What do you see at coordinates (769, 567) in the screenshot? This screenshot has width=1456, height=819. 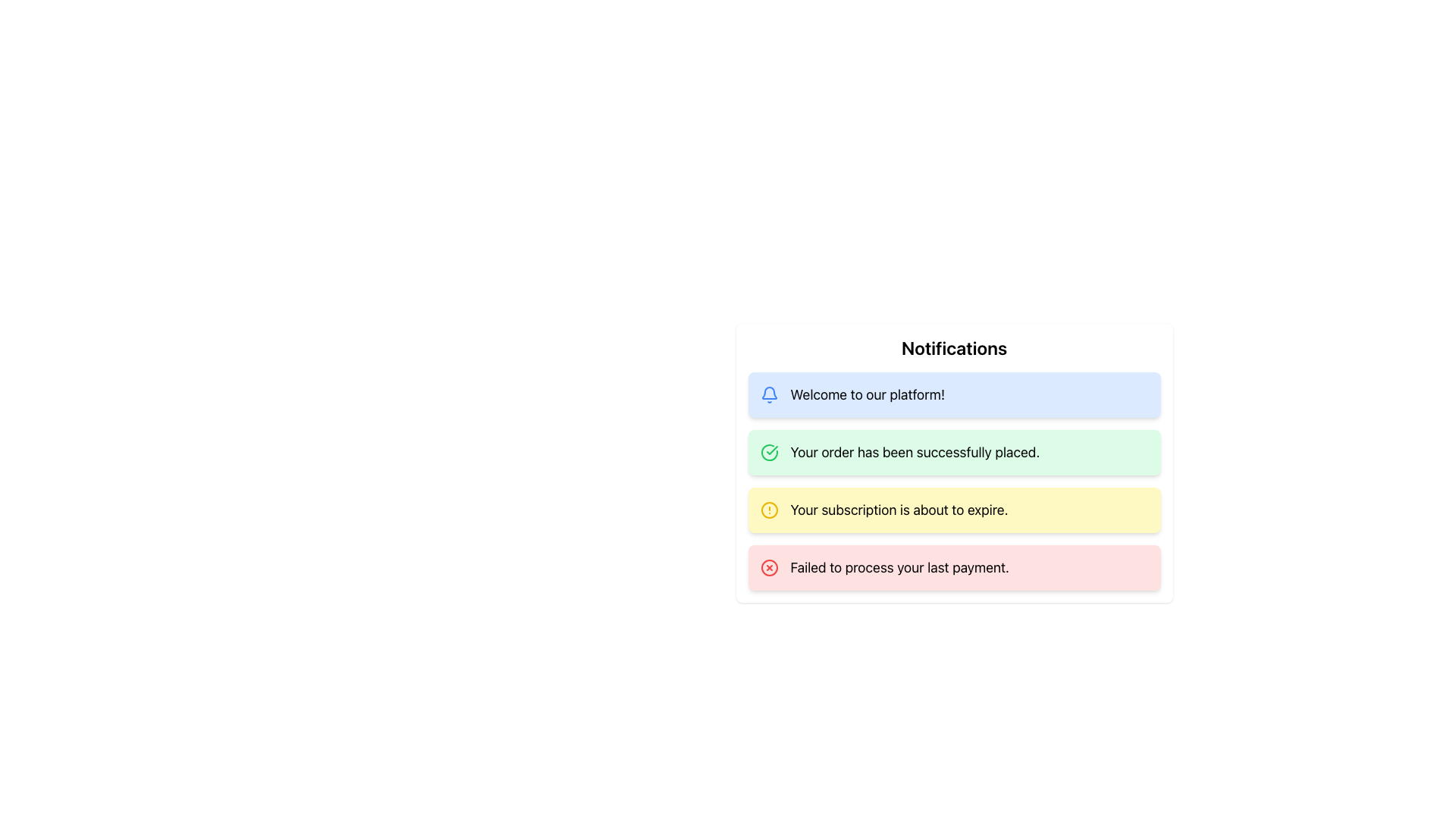 I see `the circular SVG element that signifies an error notification related to the message 'Failed to process your last payment.'` at bounding box center [769, 567].